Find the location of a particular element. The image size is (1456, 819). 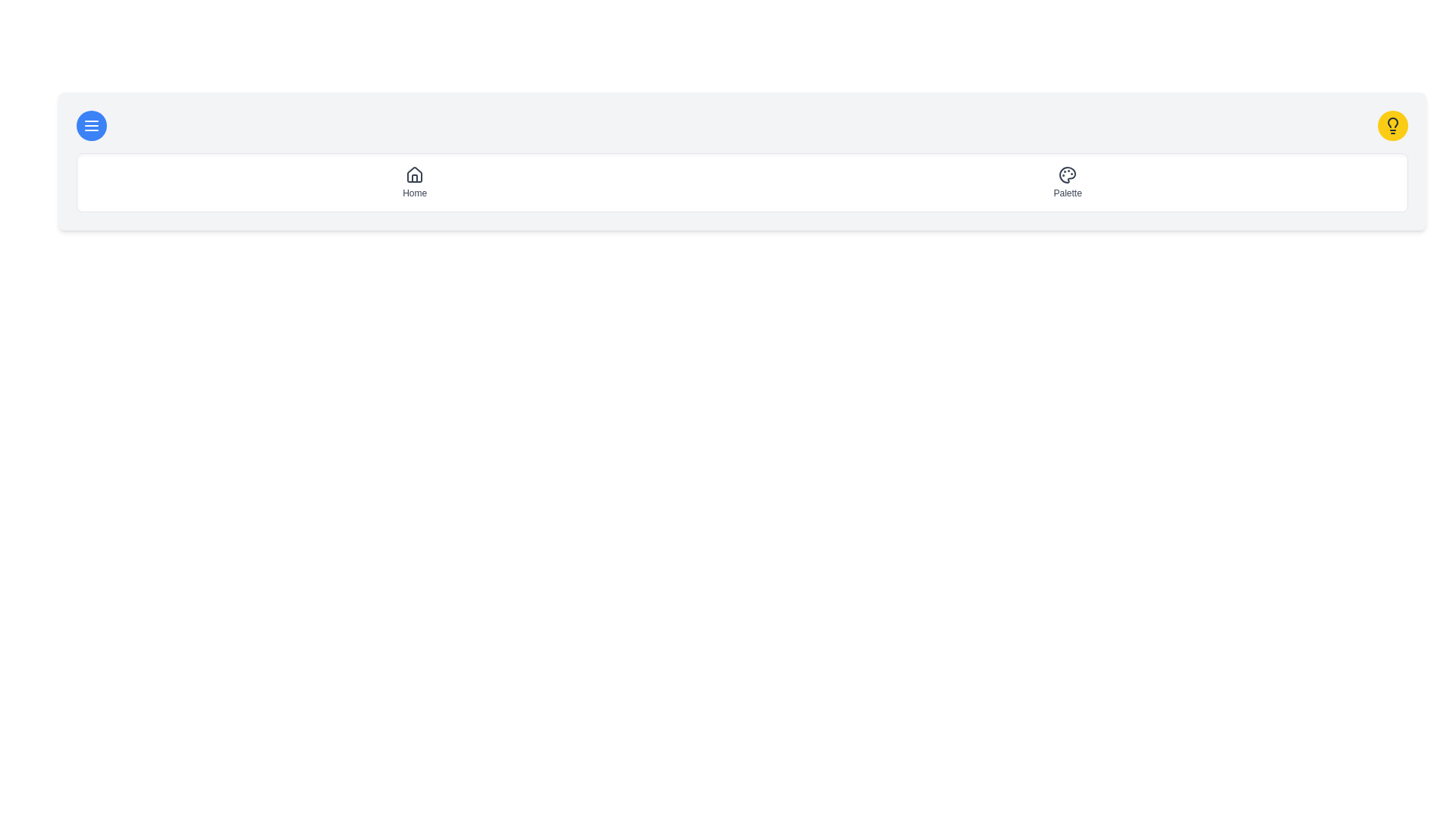

the lightbulb button located at the top-right corner of the interface to observe hover effects is located at coordinates (1393, 124).